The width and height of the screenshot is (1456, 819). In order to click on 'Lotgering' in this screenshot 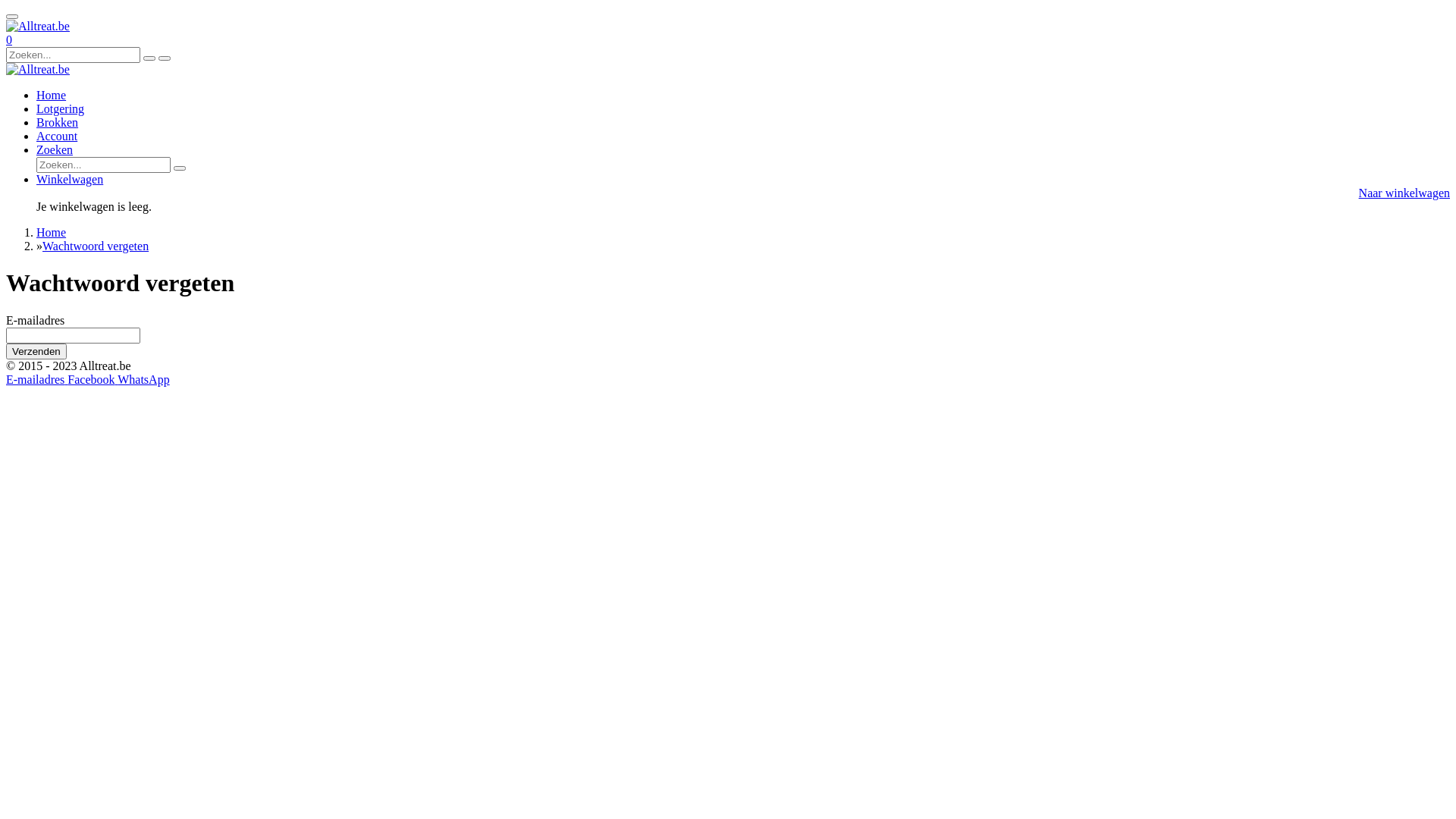, I will do `click(36, 108)`.